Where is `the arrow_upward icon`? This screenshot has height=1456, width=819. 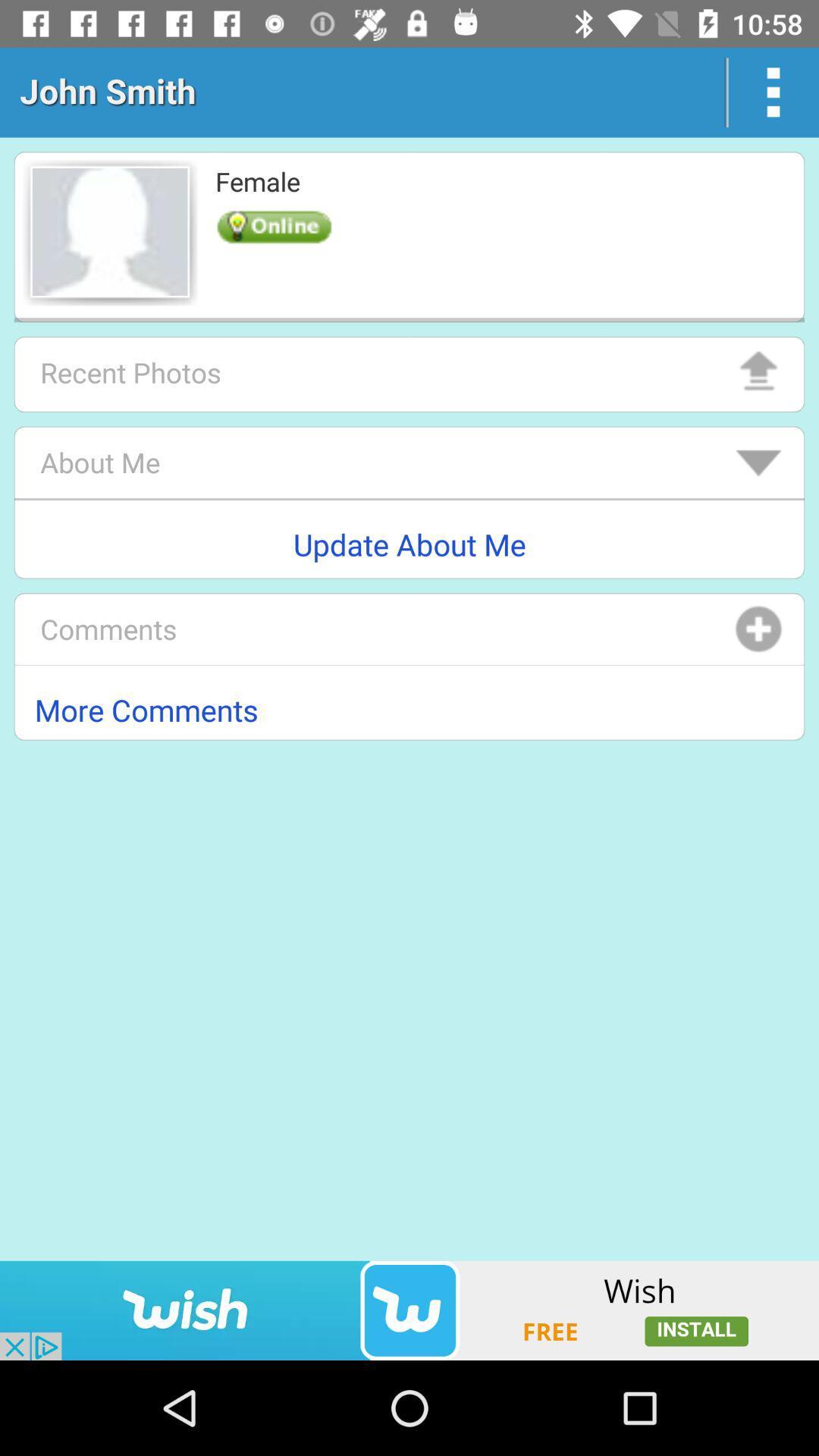
the arrow_upward icon is located at coordinates (758, 372).